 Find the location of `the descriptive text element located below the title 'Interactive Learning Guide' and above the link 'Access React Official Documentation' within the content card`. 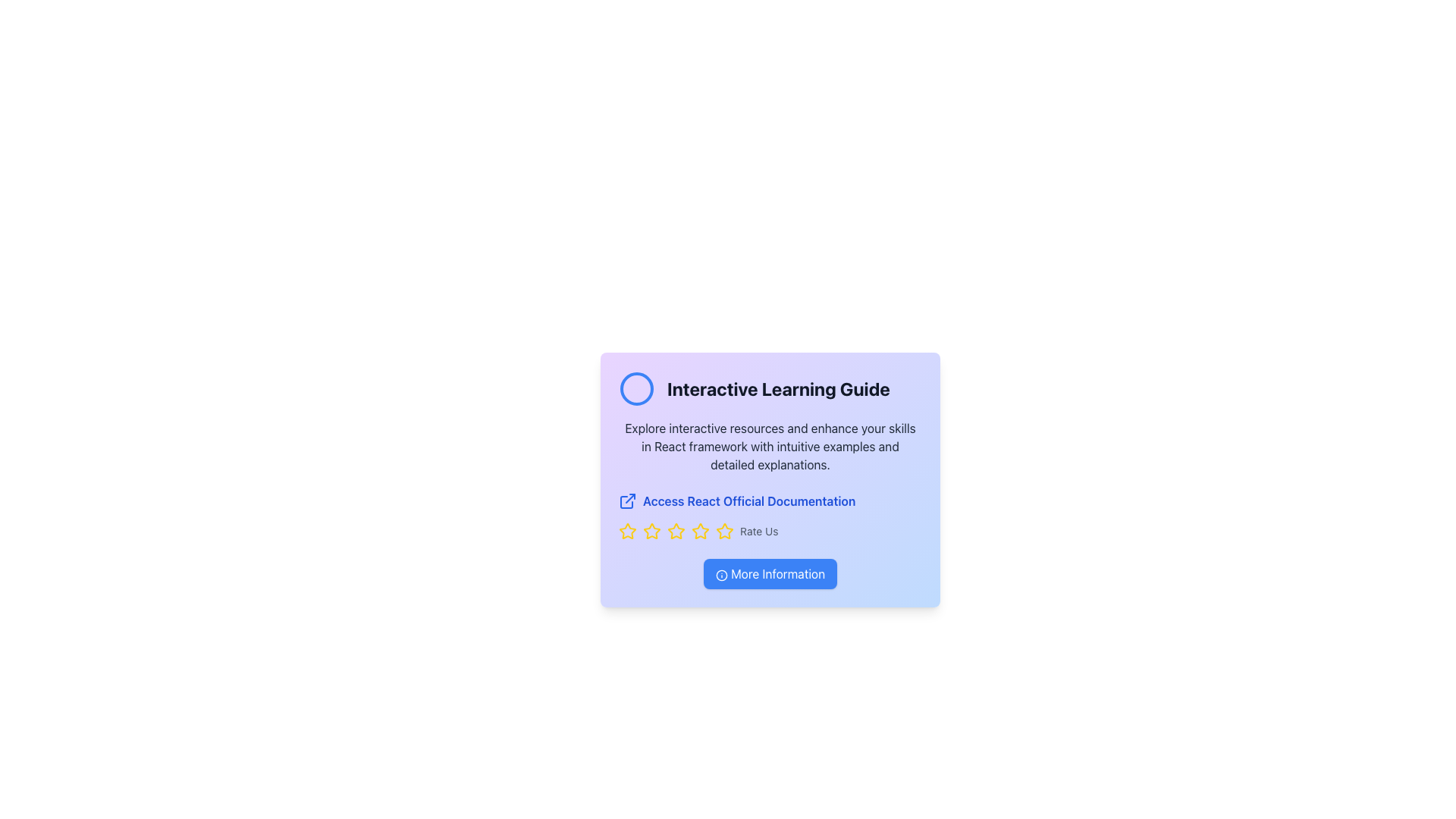

the descriptive text element located below the title 'Interactive Learning Guide' and above the link 'Access React Official Documentation' within the content card is located at coordinates (770, 446).